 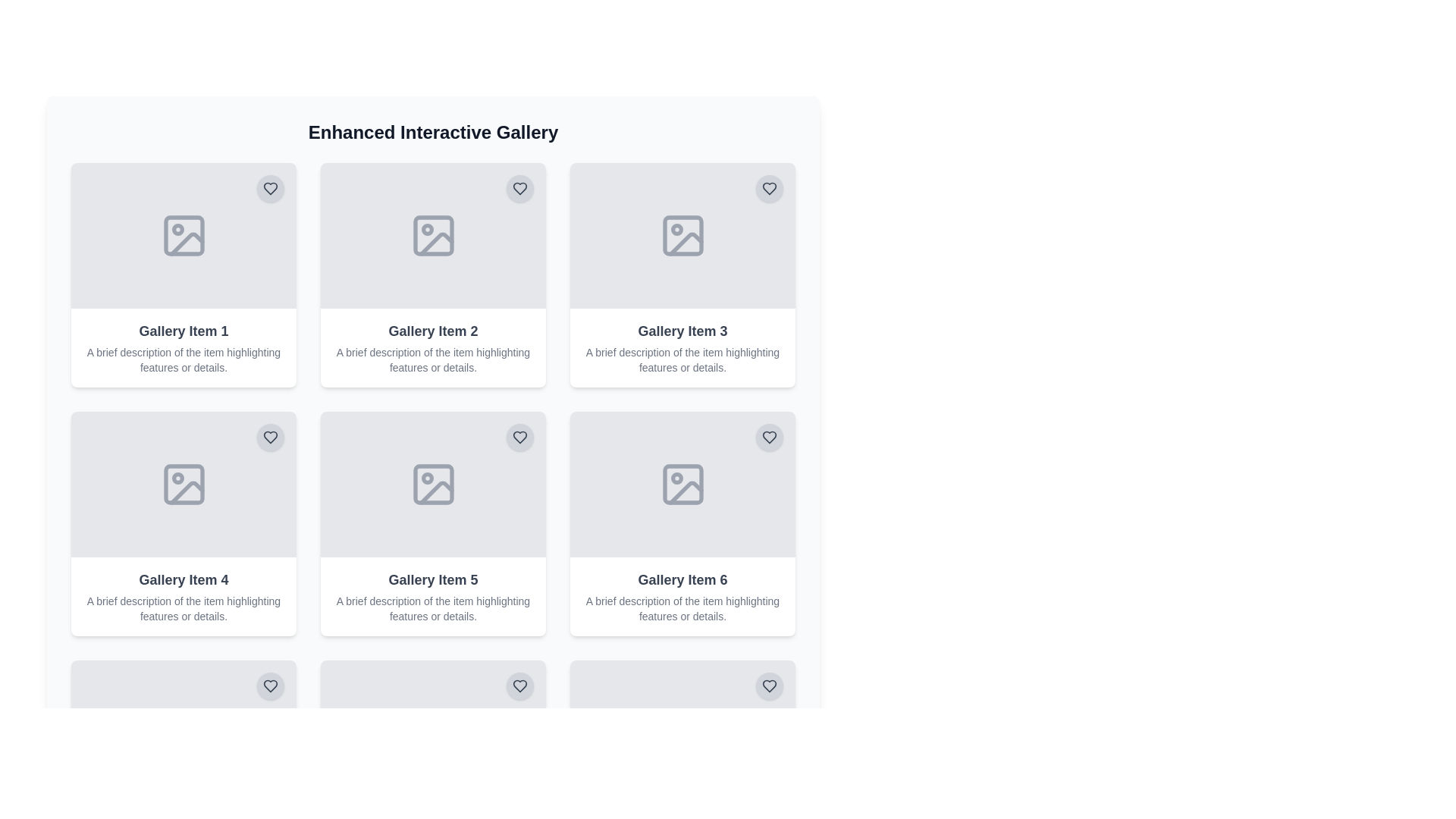 I want to click on the Component card in the second row, first column of the gallery, which contains an image placeholder and textual information, so click(x=183, y=522).